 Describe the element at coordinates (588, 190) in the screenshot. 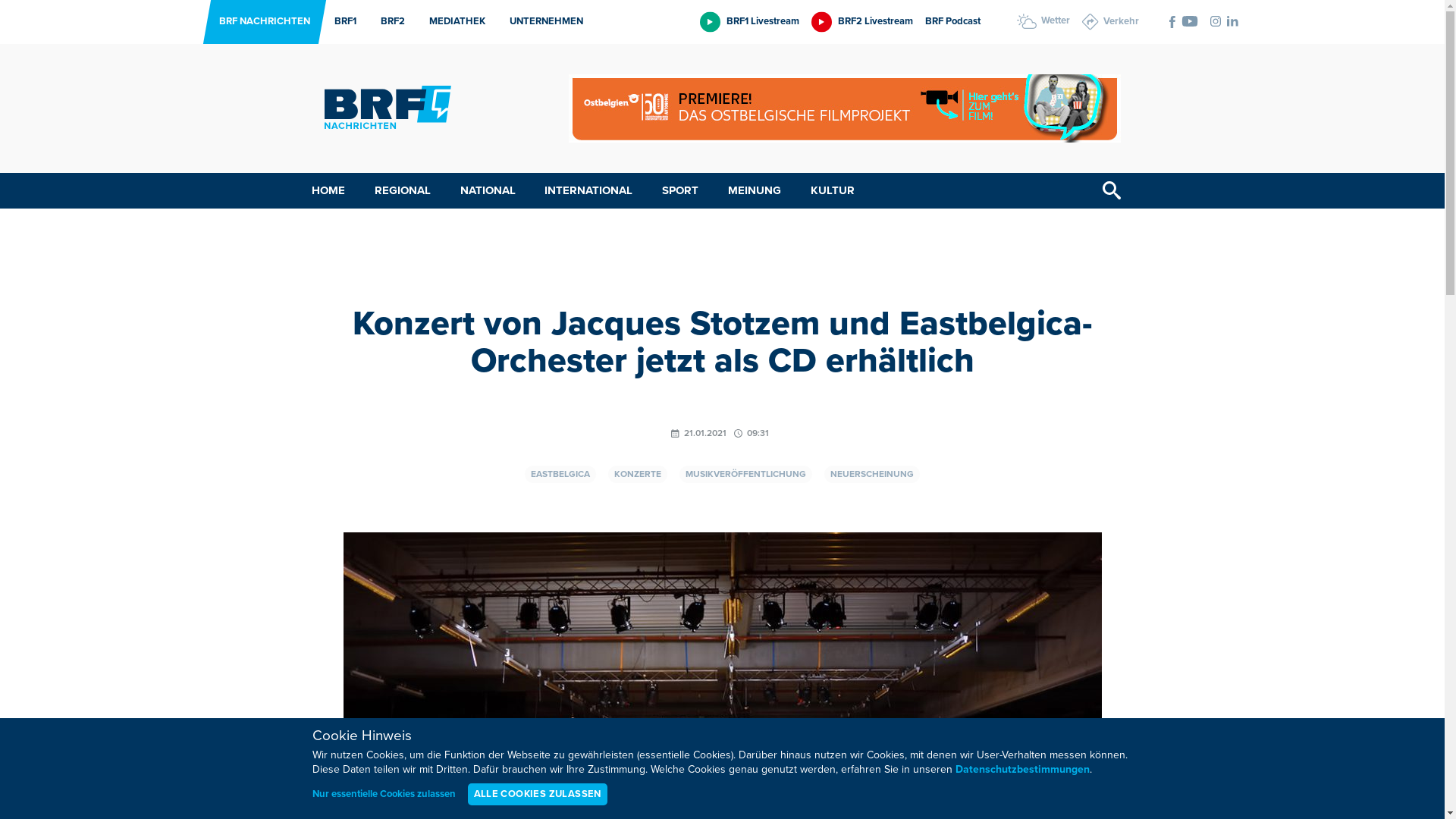

I see `'INTERNATIONAL'` at that location.